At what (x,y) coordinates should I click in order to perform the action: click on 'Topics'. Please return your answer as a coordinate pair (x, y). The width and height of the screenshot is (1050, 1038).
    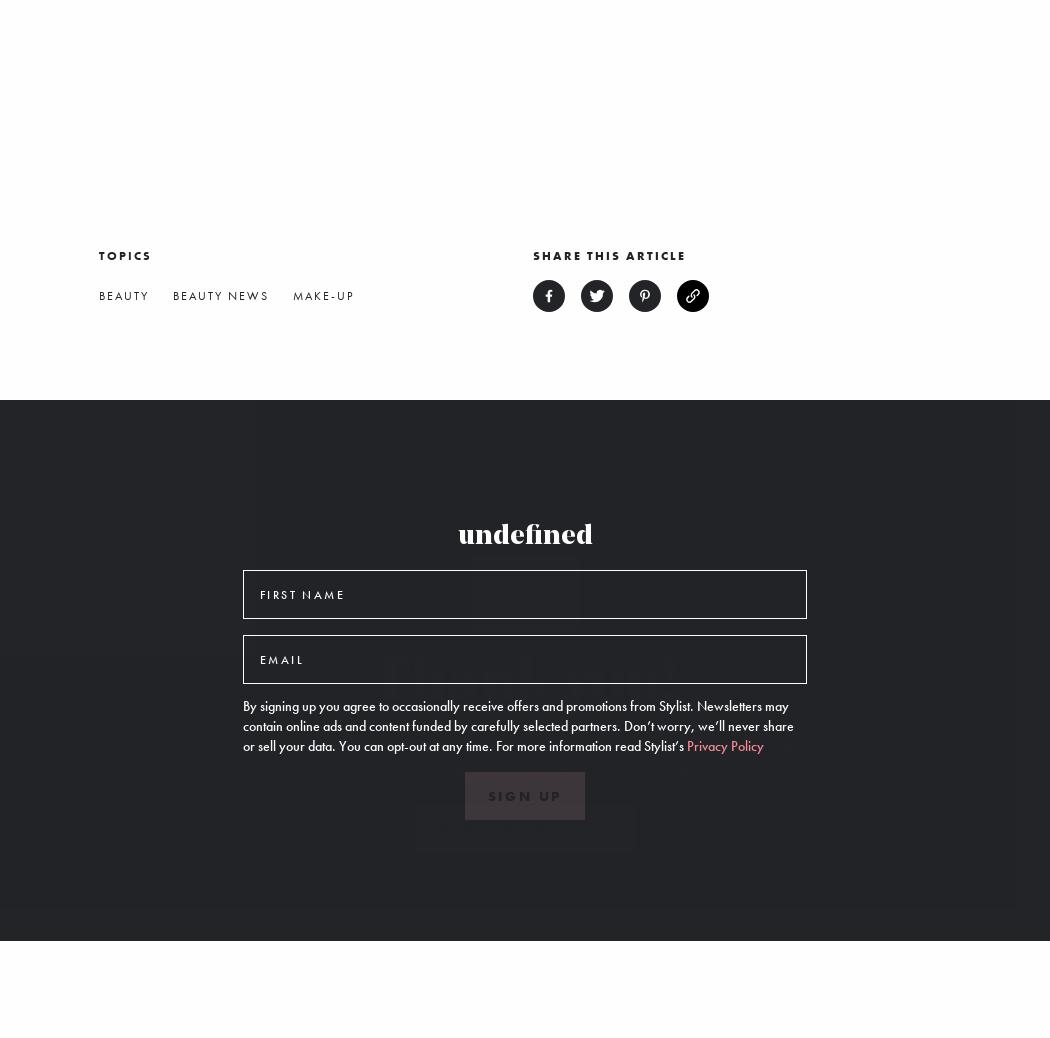
    Looking at the image, I should click on (124, 254).